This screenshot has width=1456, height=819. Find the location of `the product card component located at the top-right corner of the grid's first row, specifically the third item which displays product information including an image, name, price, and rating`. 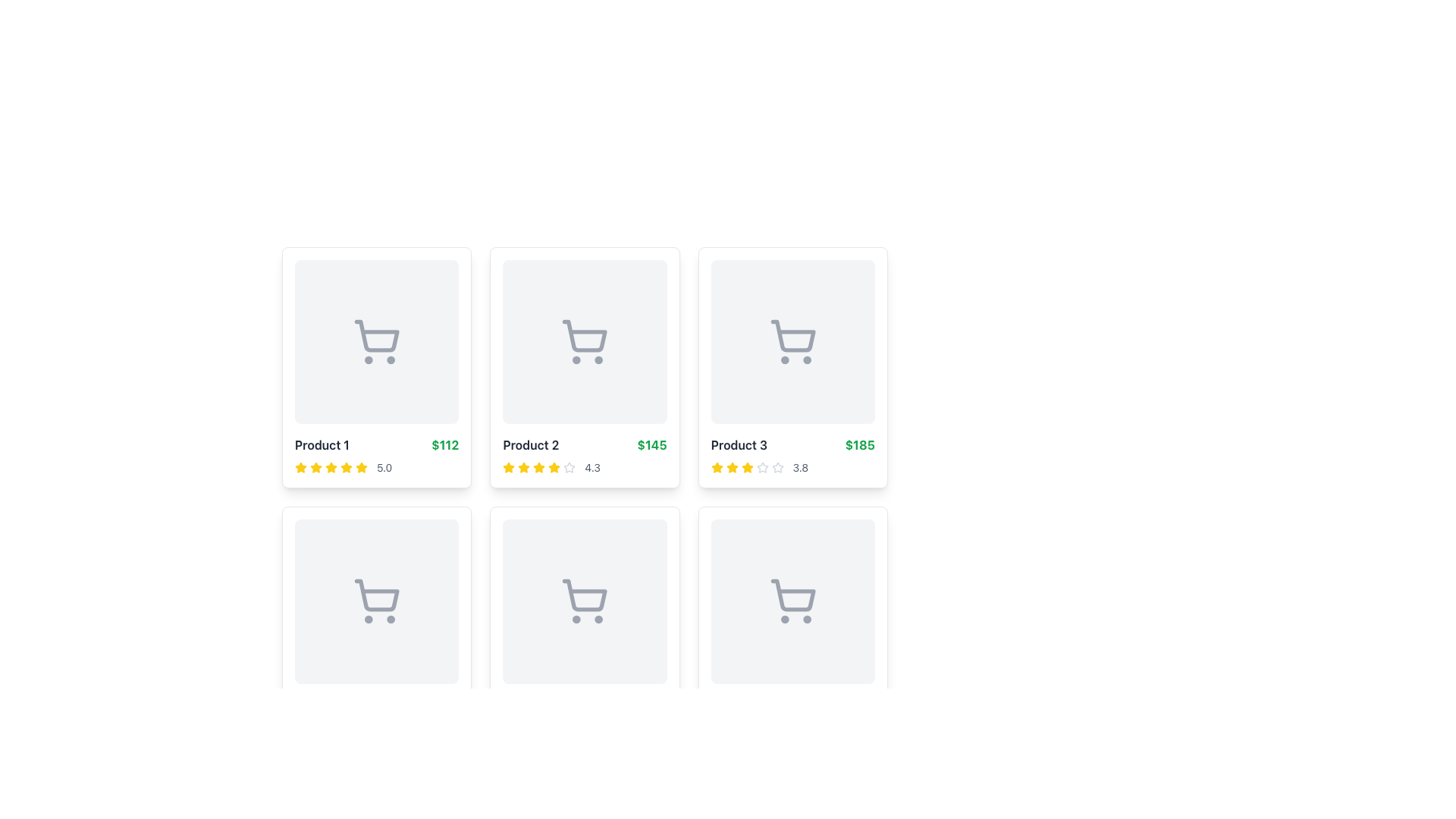

the product card component located at the top-right corner of the grid's first row, specifically the third item which displays product information including an image, name, price, and rating is located at coordinates (792, 368).